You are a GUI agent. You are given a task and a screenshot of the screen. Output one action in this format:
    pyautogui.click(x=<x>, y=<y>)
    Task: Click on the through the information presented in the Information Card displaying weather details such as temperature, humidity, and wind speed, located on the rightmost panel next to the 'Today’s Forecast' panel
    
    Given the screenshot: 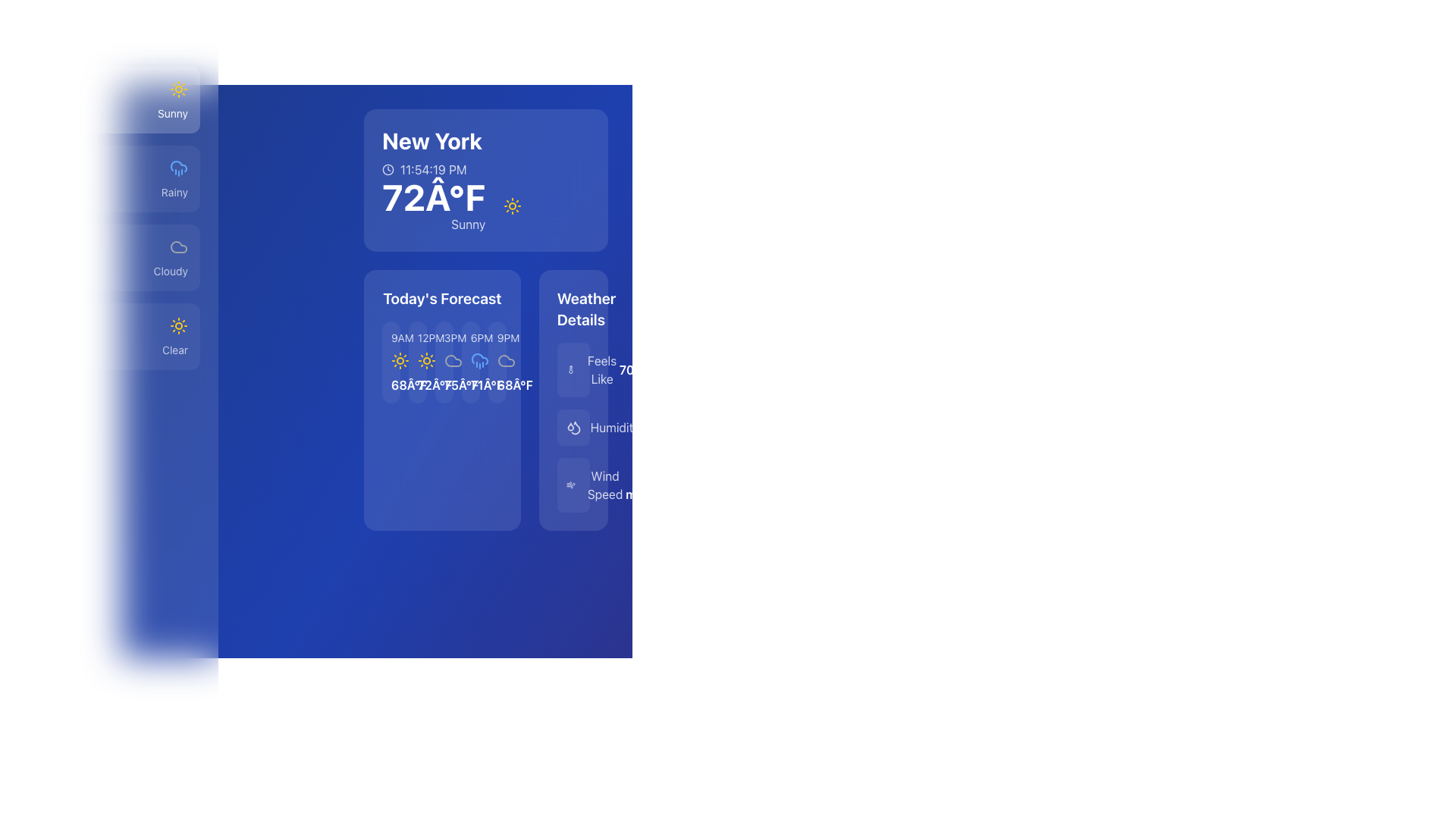 What is the action you would take?
    pyautogui.click(x=573, y=400)
    